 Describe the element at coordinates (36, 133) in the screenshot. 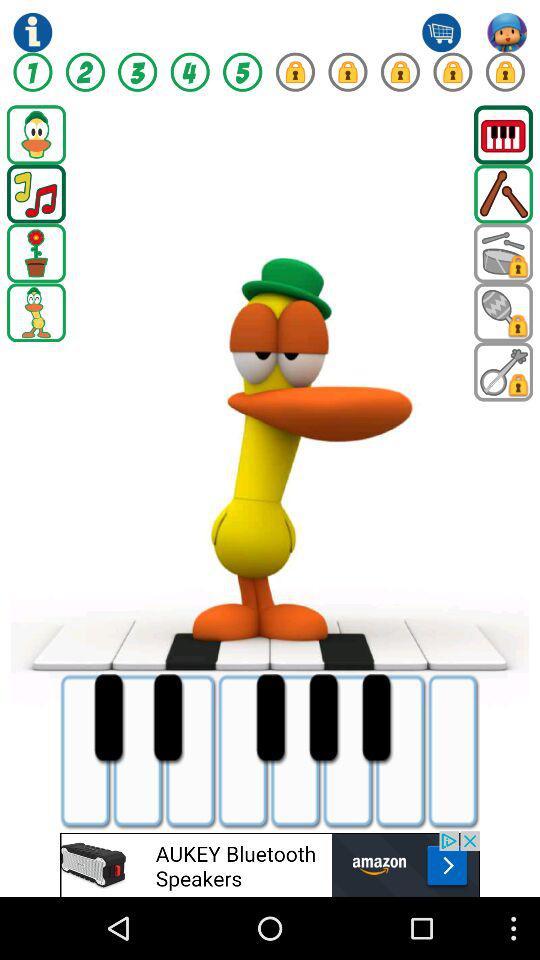

I see `game option` at that location.